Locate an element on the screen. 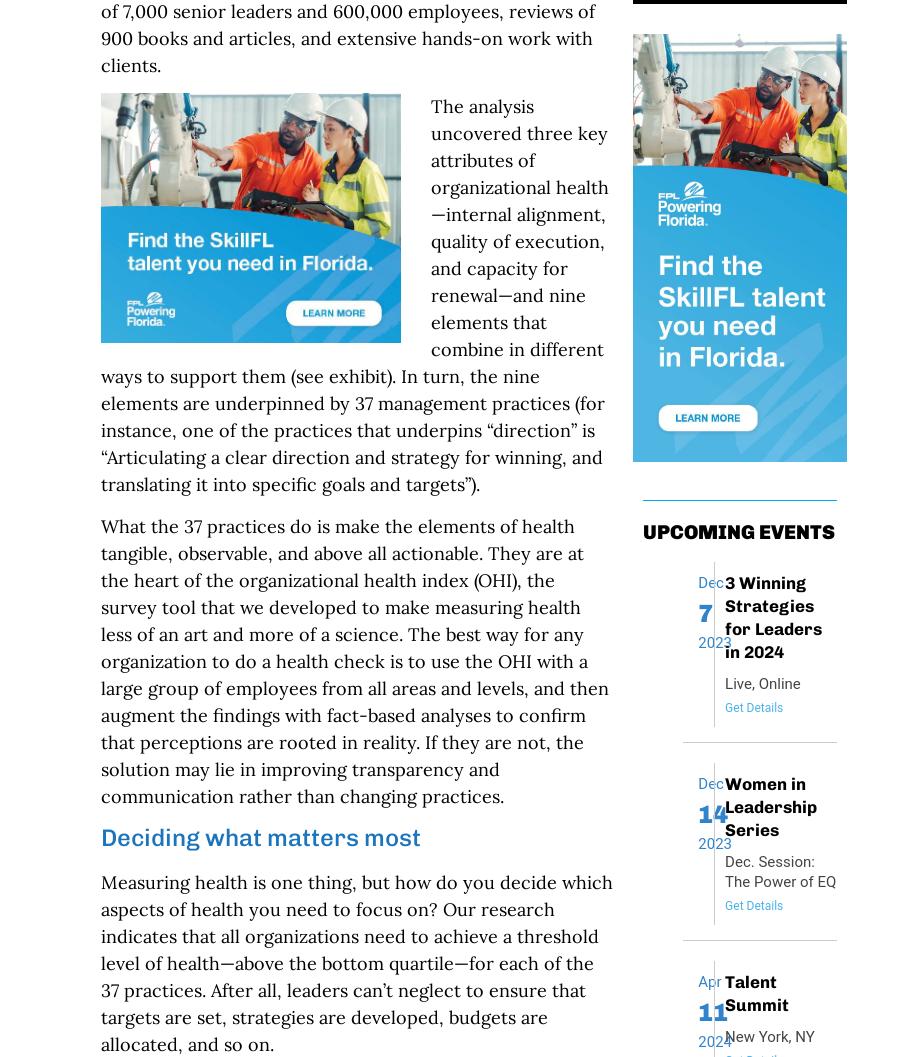 This screenshot has width=900, height=1057. 'Measuring health is one thing, but how do you decide which aspects of health you need to focus on? Our research indicates that all organizations need to achieve a threshold level of health—above the bottom quartile—for each of the 37 practices. After all, leaders can’t neglect to ensure that targets are set, strategies are developed, budgets are allocated, and so on.' is located at coordinates (356, 962).